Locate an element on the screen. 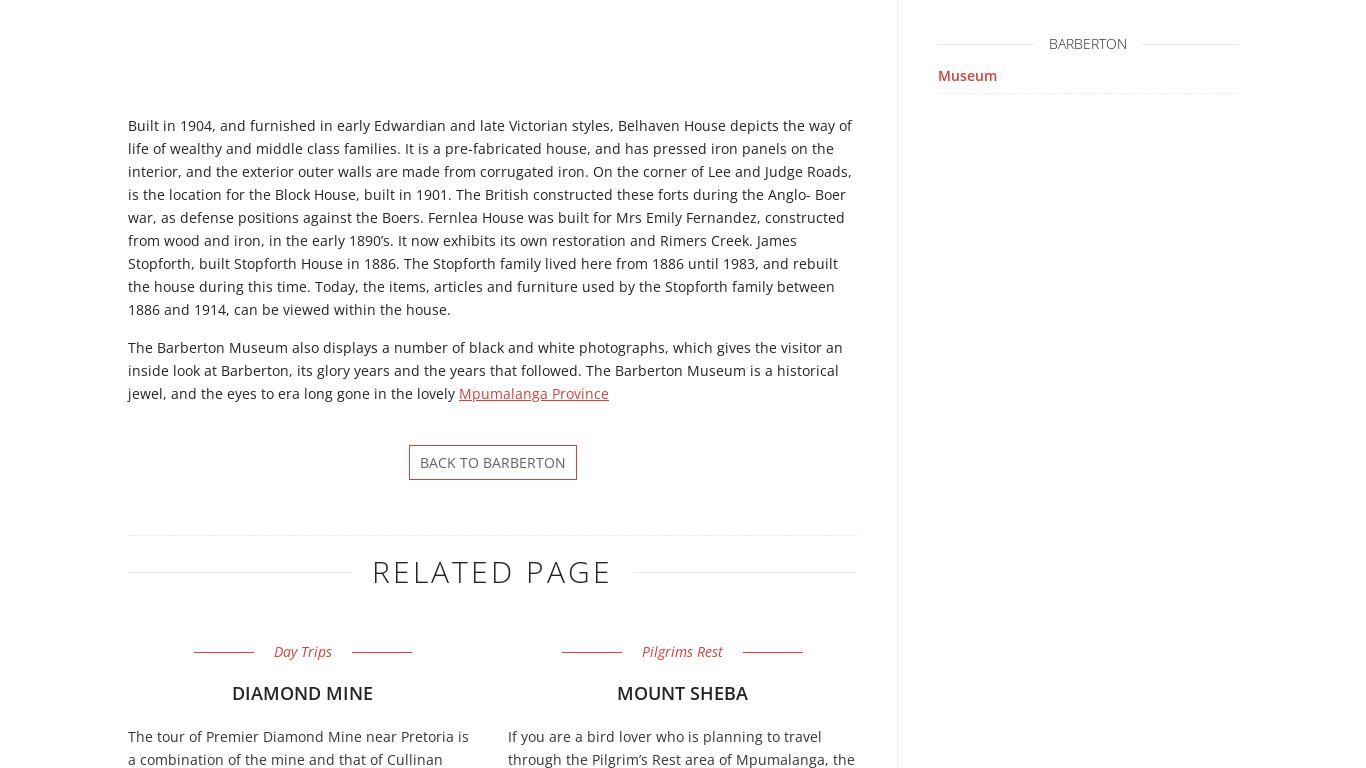 The width and height of the screenshot is (1366, 768). 'war, as defense positions against the Boers. Fernlea House was built' is located at coordinates (357, 216).